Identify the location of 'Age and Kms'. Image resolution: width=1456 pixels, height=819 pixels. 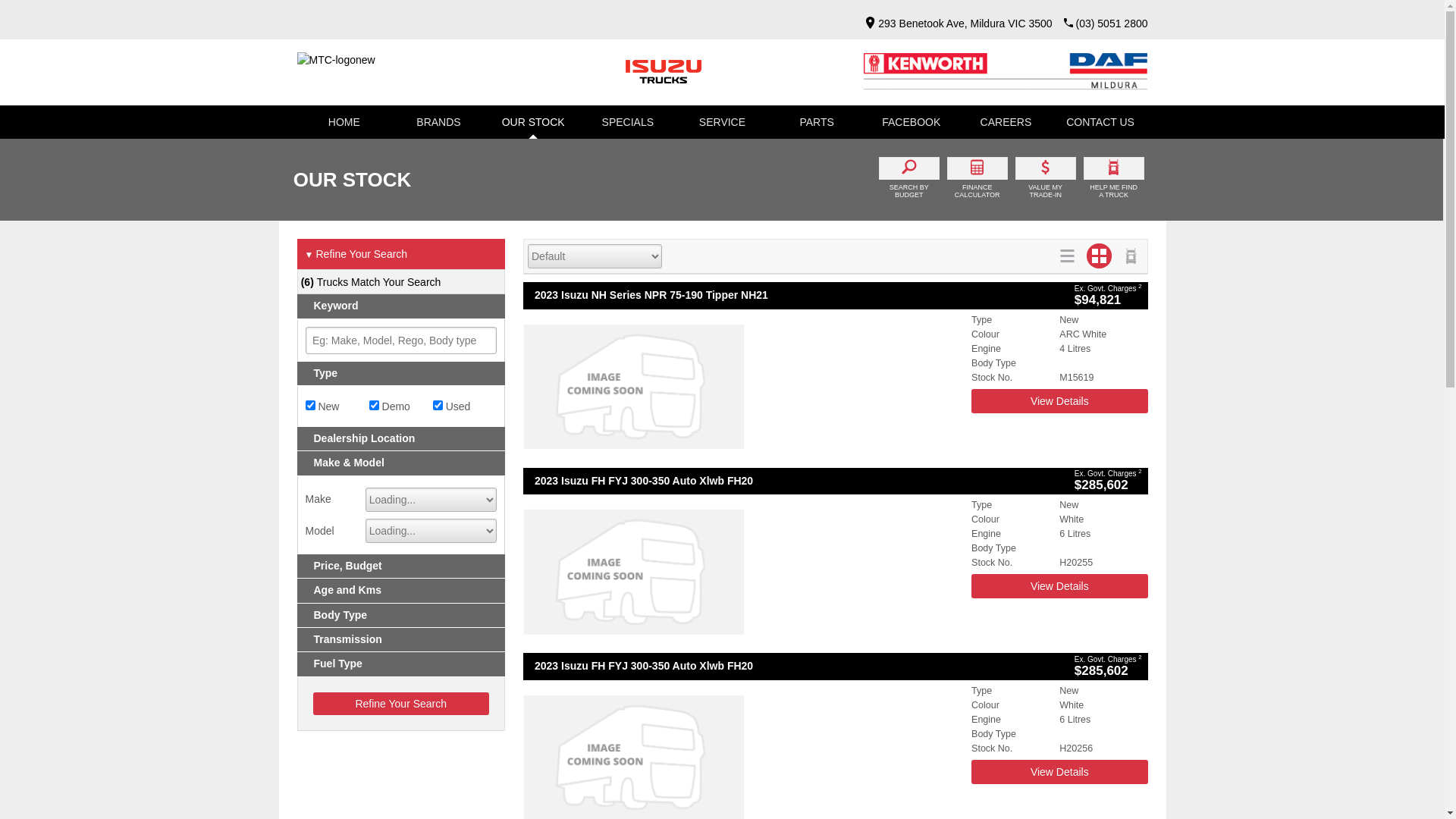
(297, 589).